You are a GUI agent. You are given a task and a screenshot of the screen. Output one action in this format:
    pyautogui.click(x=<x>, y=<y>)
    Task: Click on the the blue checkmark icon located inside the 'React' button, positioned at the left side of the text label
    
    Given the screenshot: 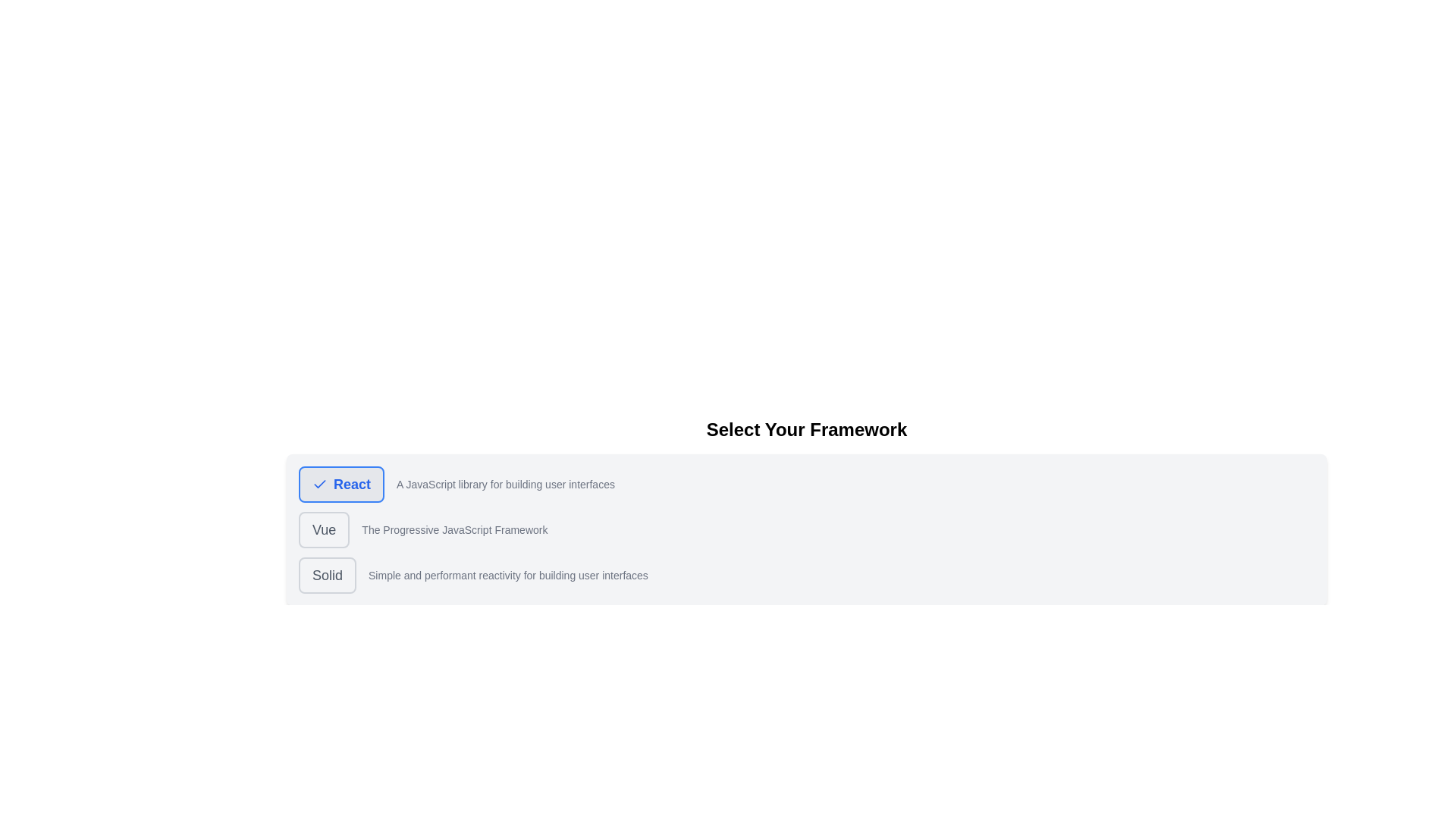 What is the action you would take?
    pyautogui.click(x=319, y=485)
    